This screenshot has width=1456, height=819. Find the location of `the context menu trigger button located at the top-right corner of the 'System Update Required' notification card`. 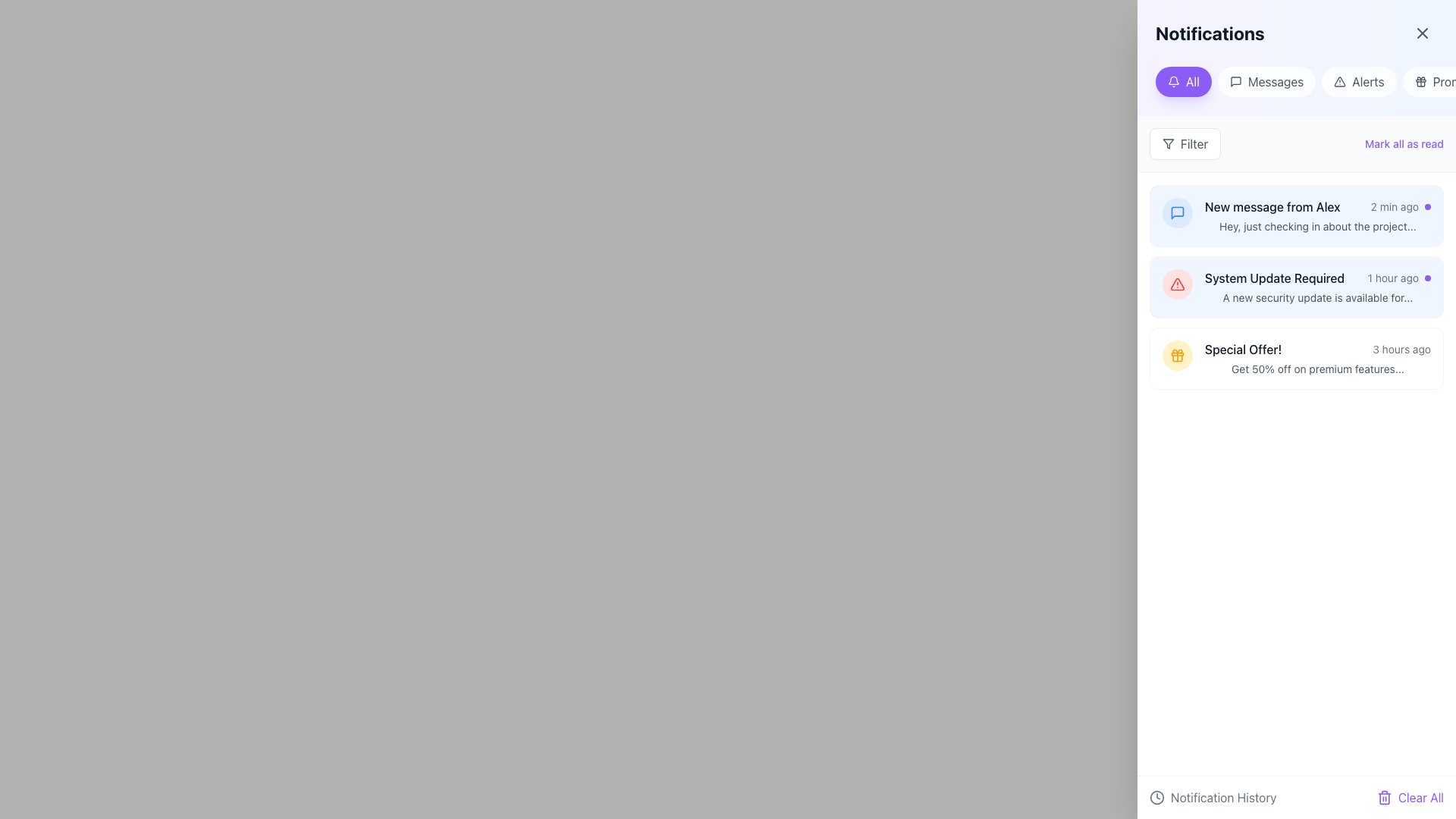

the context menu trigger button located at the top-right corner of the 'System Update Required' notification card is located at coordinates (1418, 287).